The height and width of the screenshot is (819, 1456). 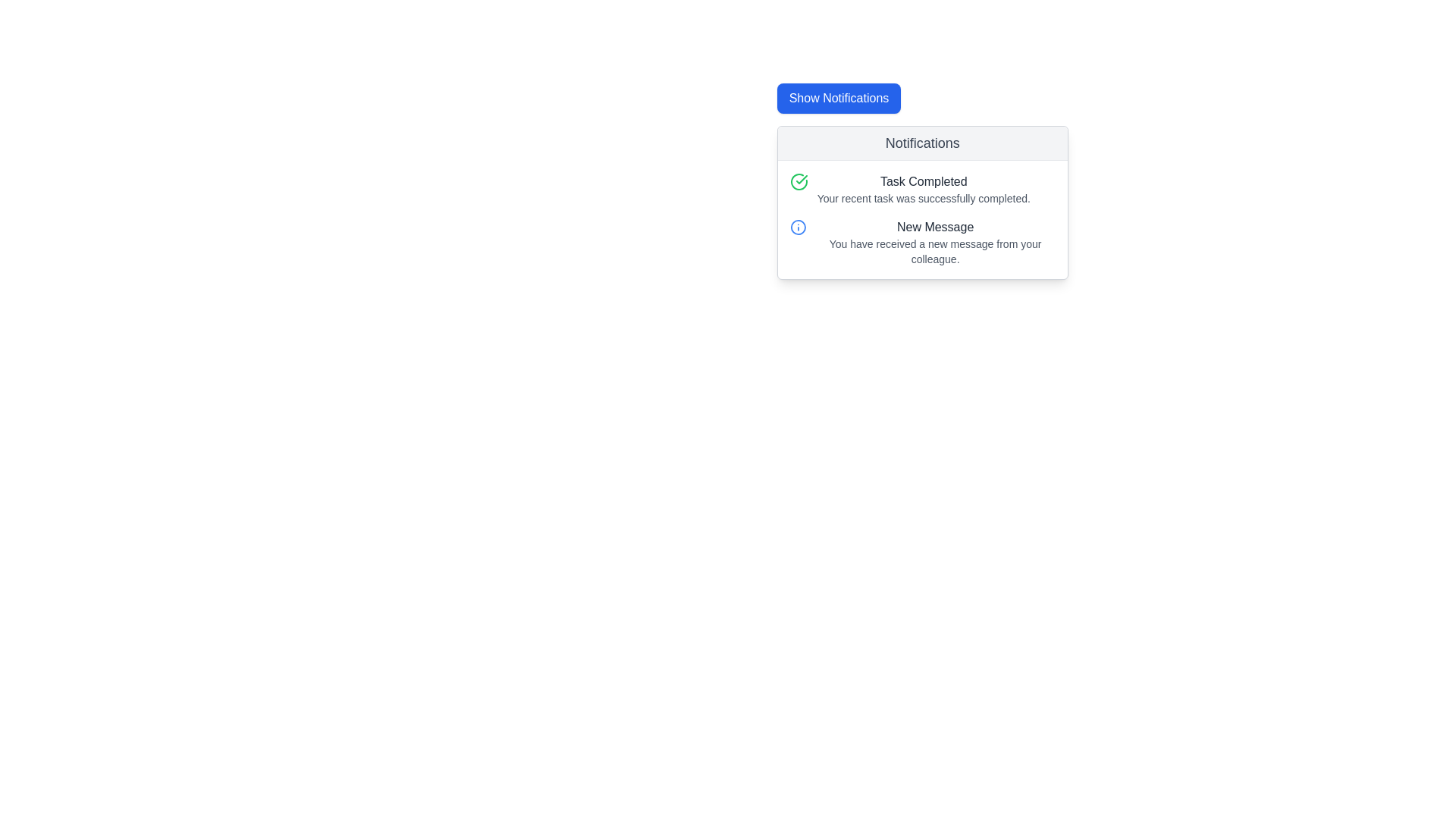 I want to click on the 'Notifications' text element, which is styled with a medium-sized gray font and serves as a section header located at the top center of a card layout, positioned below a blue button labeled 'Show Notifications', so click(x=921, y=143).